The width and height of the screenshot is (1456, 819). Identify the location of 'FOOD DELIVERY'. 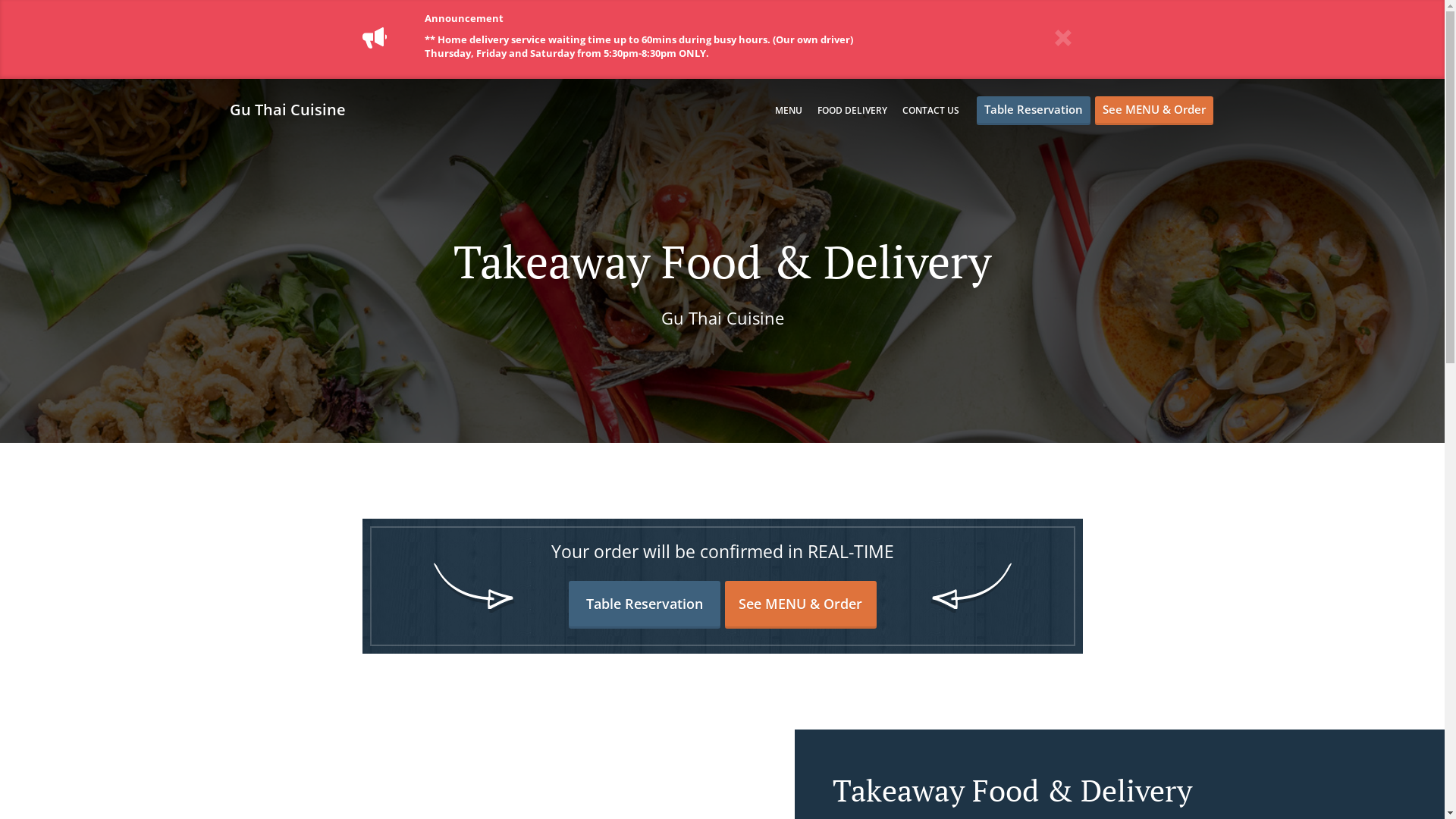
(852, 109).